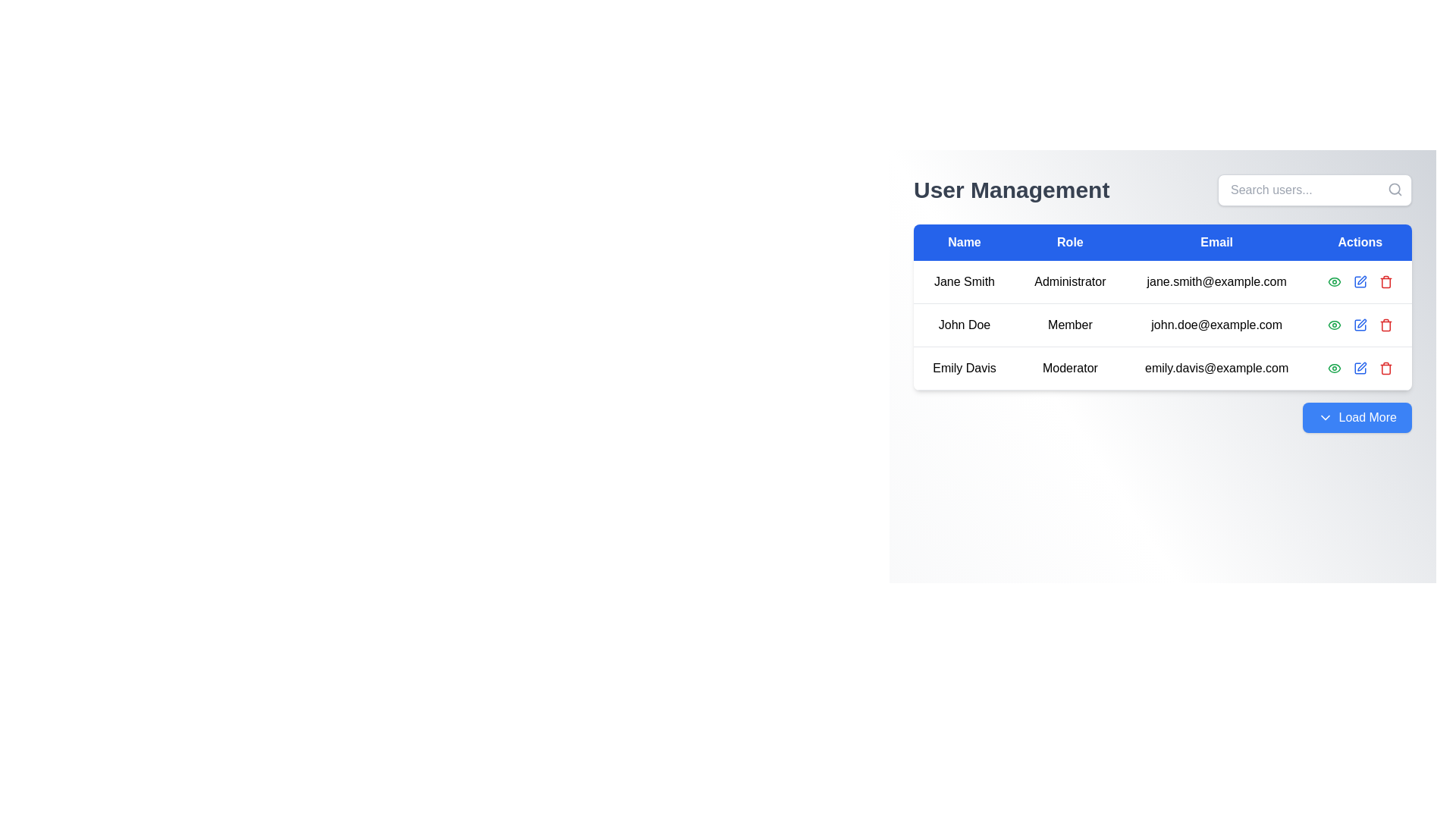 This screenshot has height=819, width=1456. Describe the element at coordinates (1395, 189) in the screenshot. I see `the search icon located at the far right end of the 'Search users...' input field` at that location.